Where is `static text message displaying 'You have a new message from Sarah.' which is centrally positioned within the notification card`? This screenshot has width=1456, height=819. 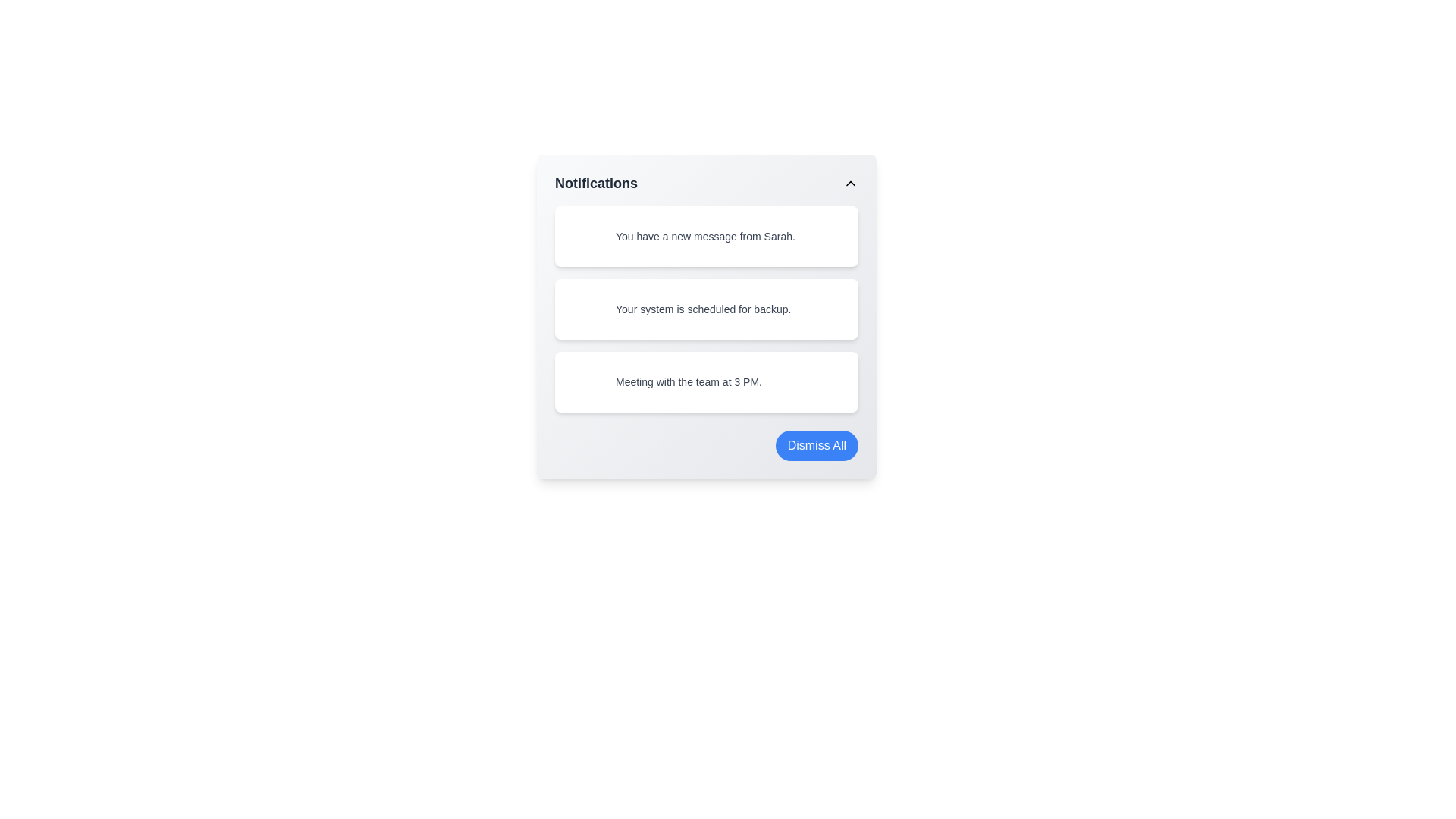 static text message displaying 'You have a new message from Sarah.' which is centrally positioned within the notification card is located at coordinates (704, 237).